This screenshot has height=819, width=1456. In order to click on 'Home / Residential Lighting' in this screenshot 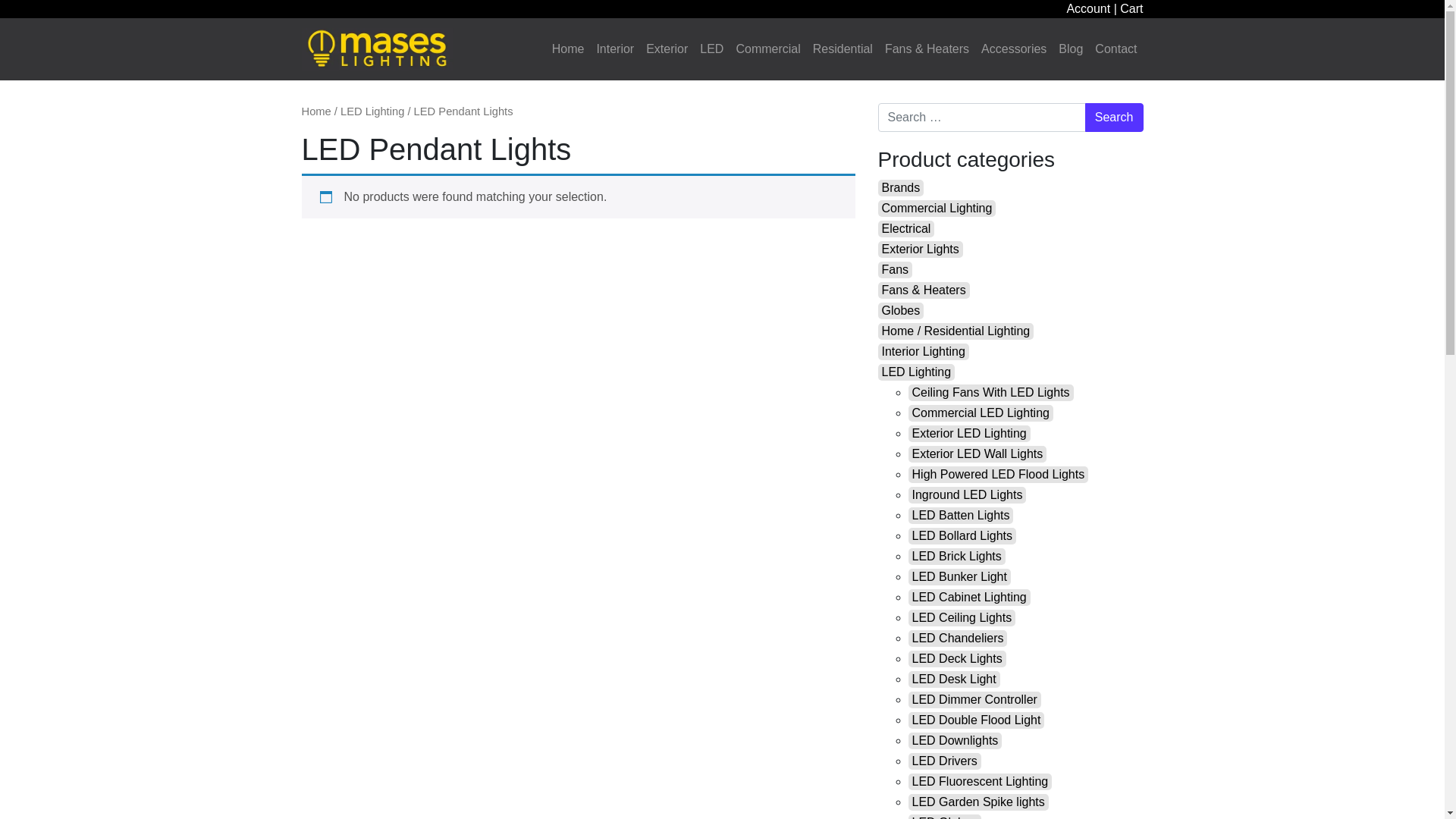, I will do `click(877, 330)`.